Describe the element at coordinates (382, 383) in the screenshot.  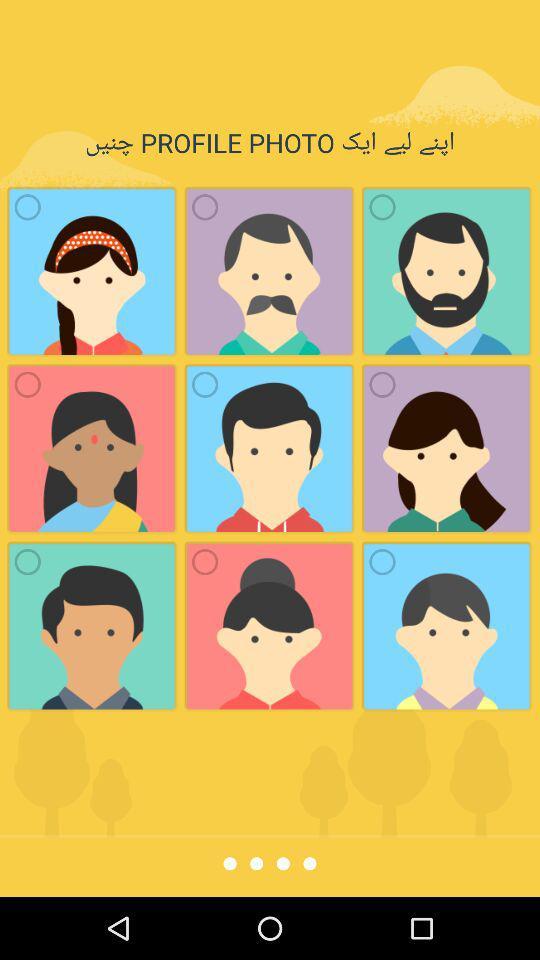
I see `the check box below the third image in first row` at that location.